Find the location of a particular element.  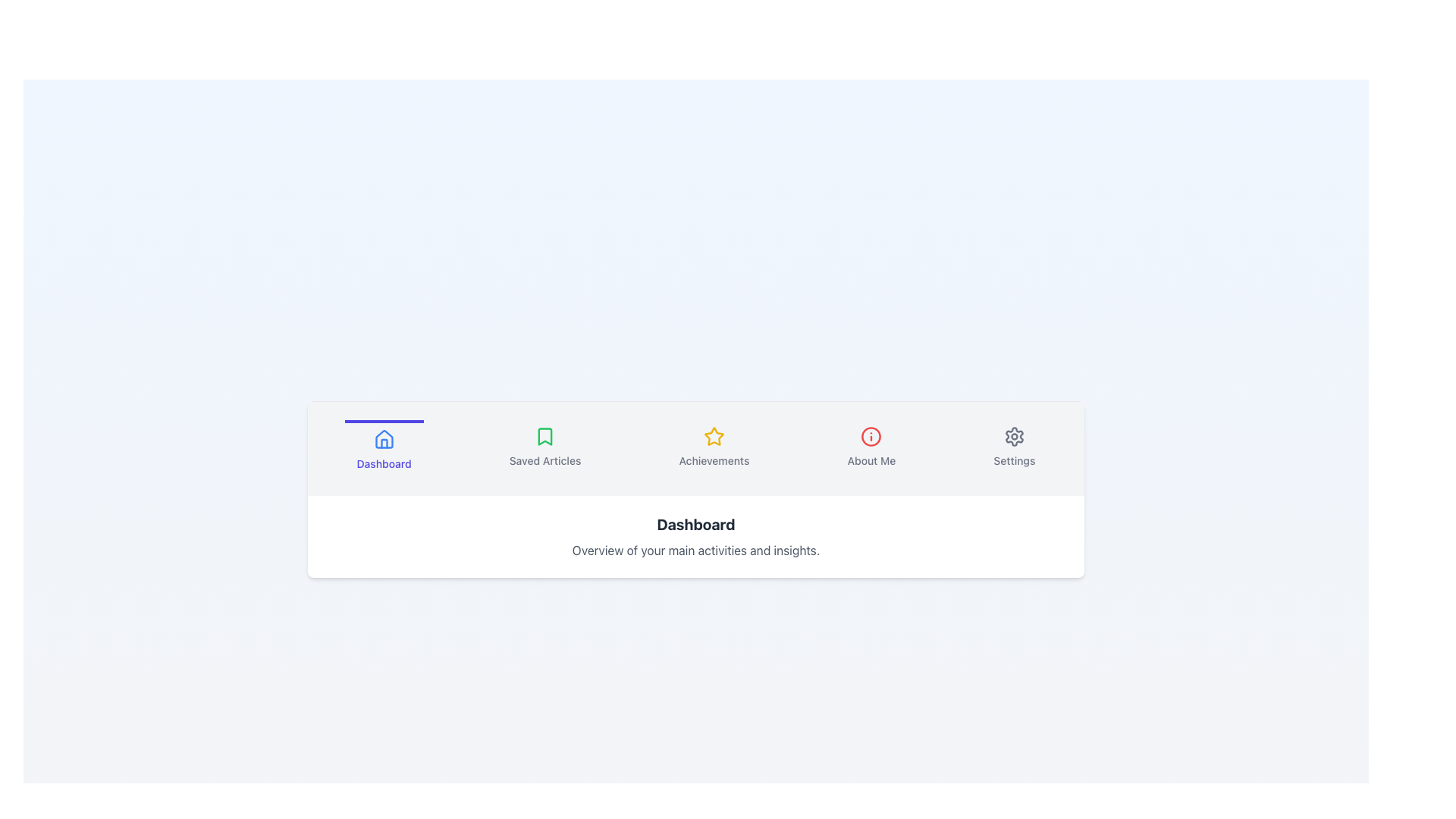

the gear-shaped icon in the 'Settings' section, which is styled in gray with a thin outline and positioned above the 'Settings' text label is located at coordinates (1014, 436).